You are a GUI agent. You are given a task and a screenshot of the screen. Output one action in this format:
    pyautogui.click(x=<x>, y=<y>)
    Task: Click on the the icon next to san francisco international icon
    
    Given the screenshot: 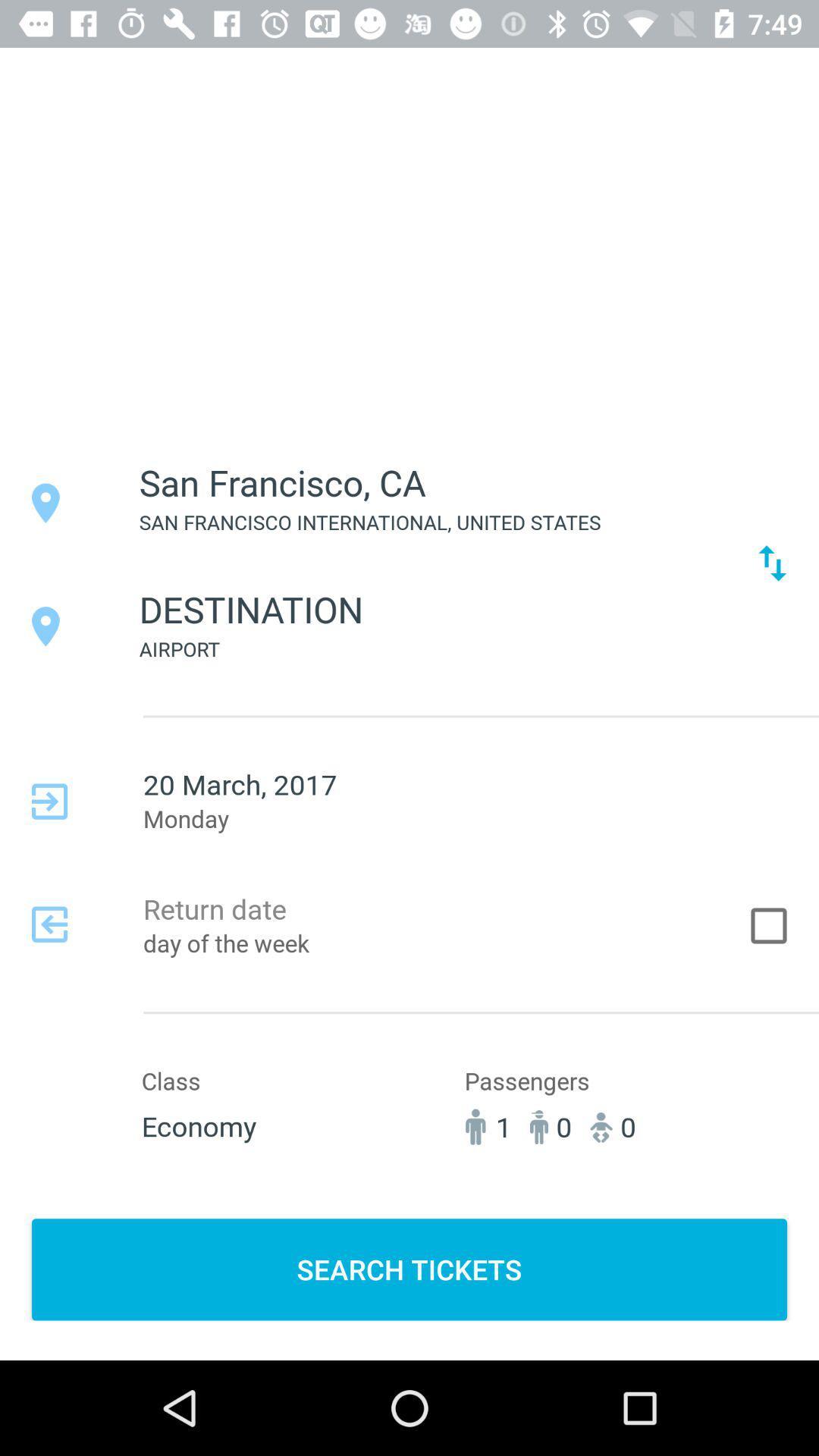 What is the action you would take?
    pyautogui.click(x=772, y=562)
    